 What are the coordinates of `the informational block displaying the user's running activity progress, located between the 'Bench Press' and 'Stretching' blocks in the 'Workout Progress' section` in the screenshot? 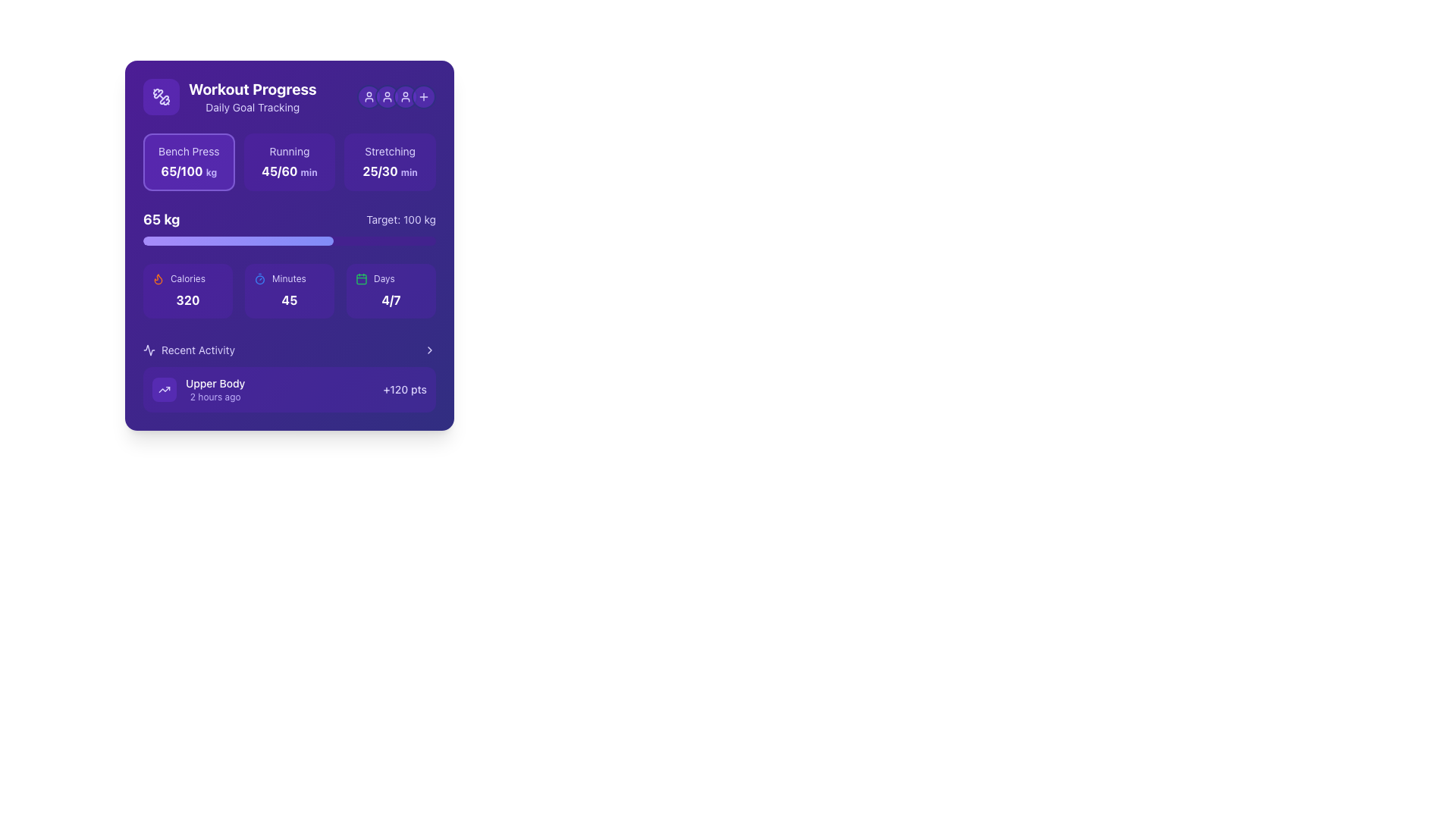 It's located at (290, 162).